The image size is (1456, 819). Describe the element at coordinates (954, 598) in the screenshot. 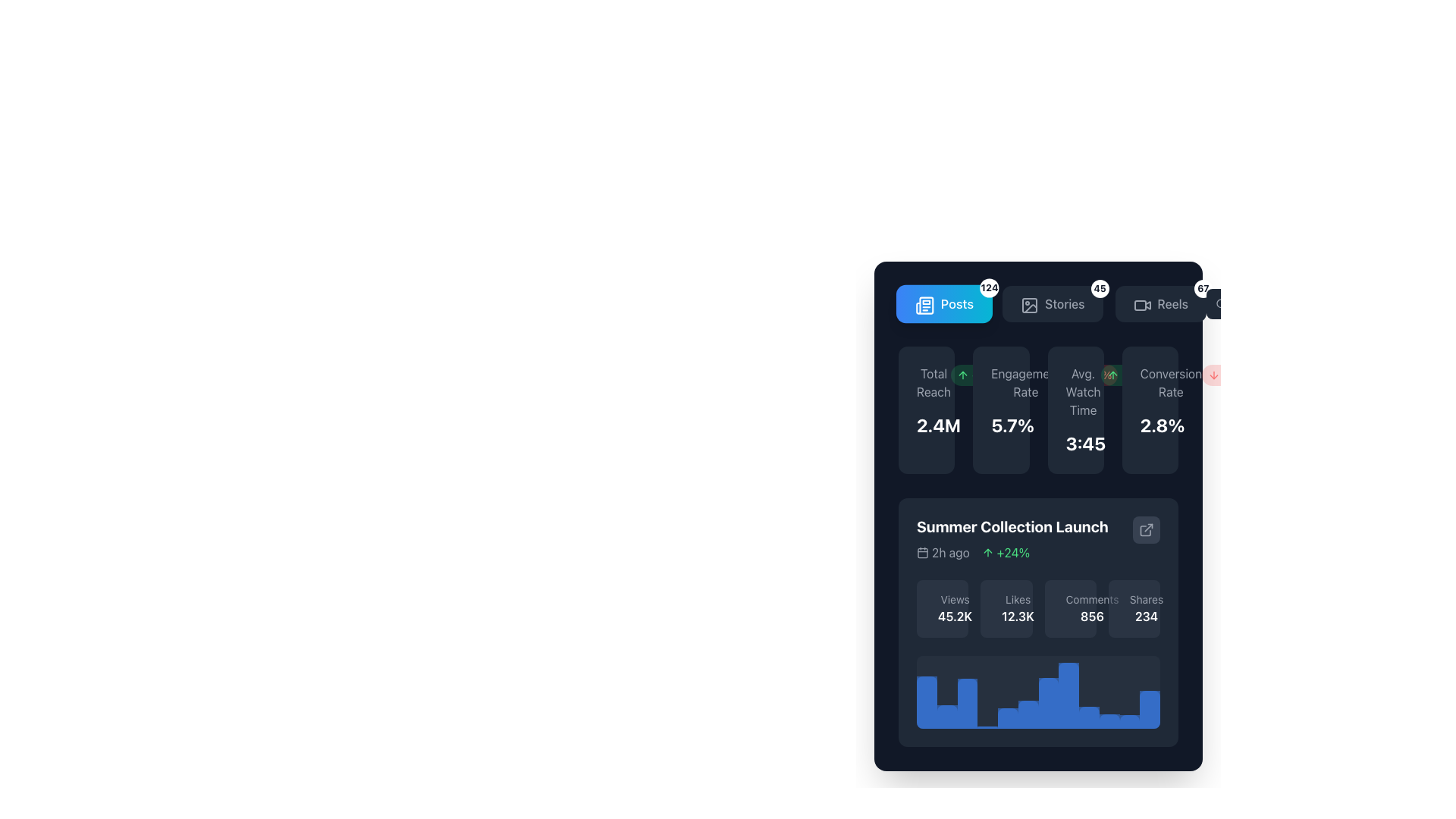

I see `the 'Views' text label, which is light gray and styled with a sans-serif font, located below the header 'Summer Collection Launch' and to the left of the number '45.2K'` at that location.